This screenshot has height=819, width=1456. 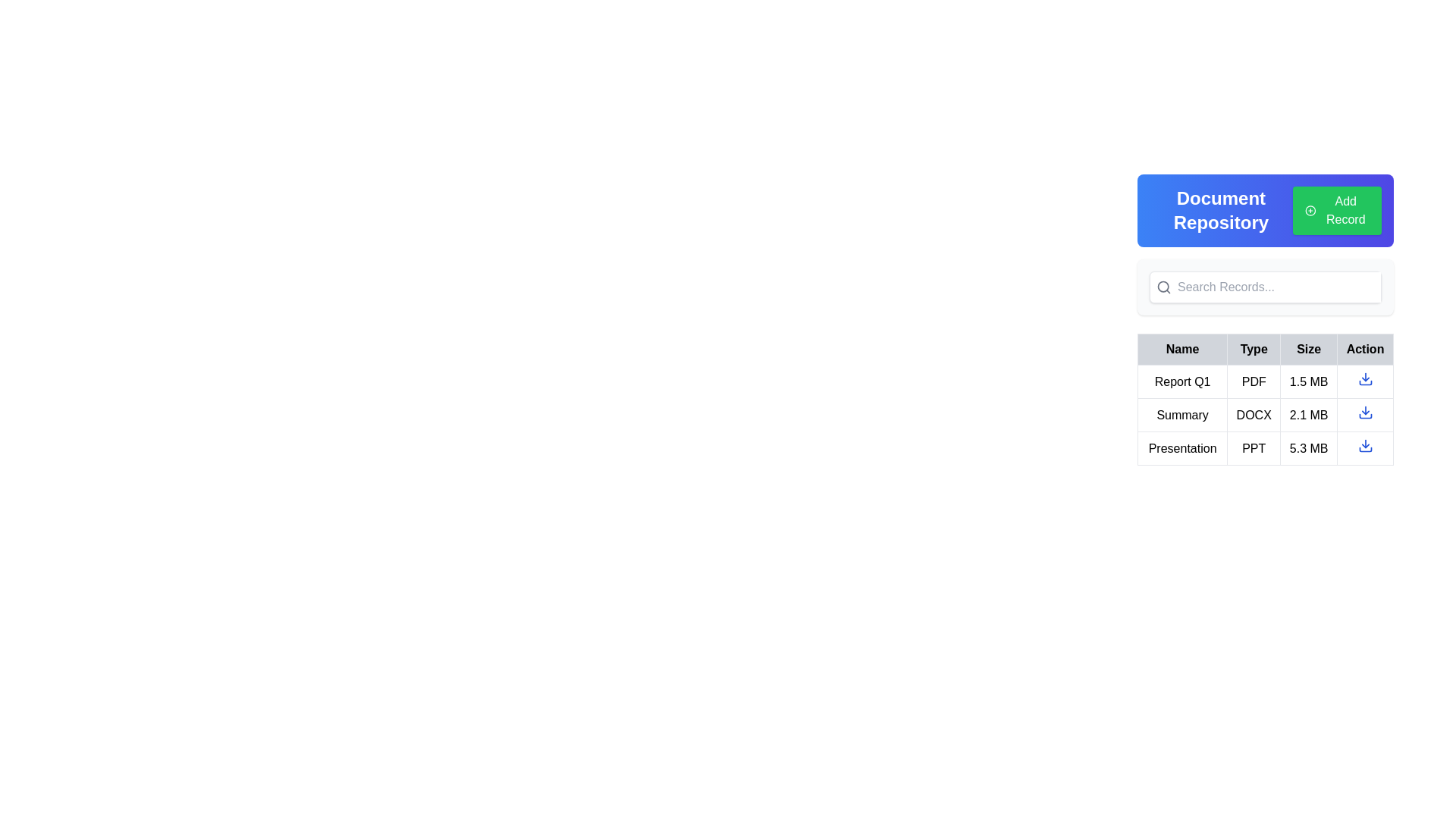 I want to click on the small circular outline within the green 'Add Record' button, which is located at the upper right corner of the blue document repository header, so click(x=1310, y=210).